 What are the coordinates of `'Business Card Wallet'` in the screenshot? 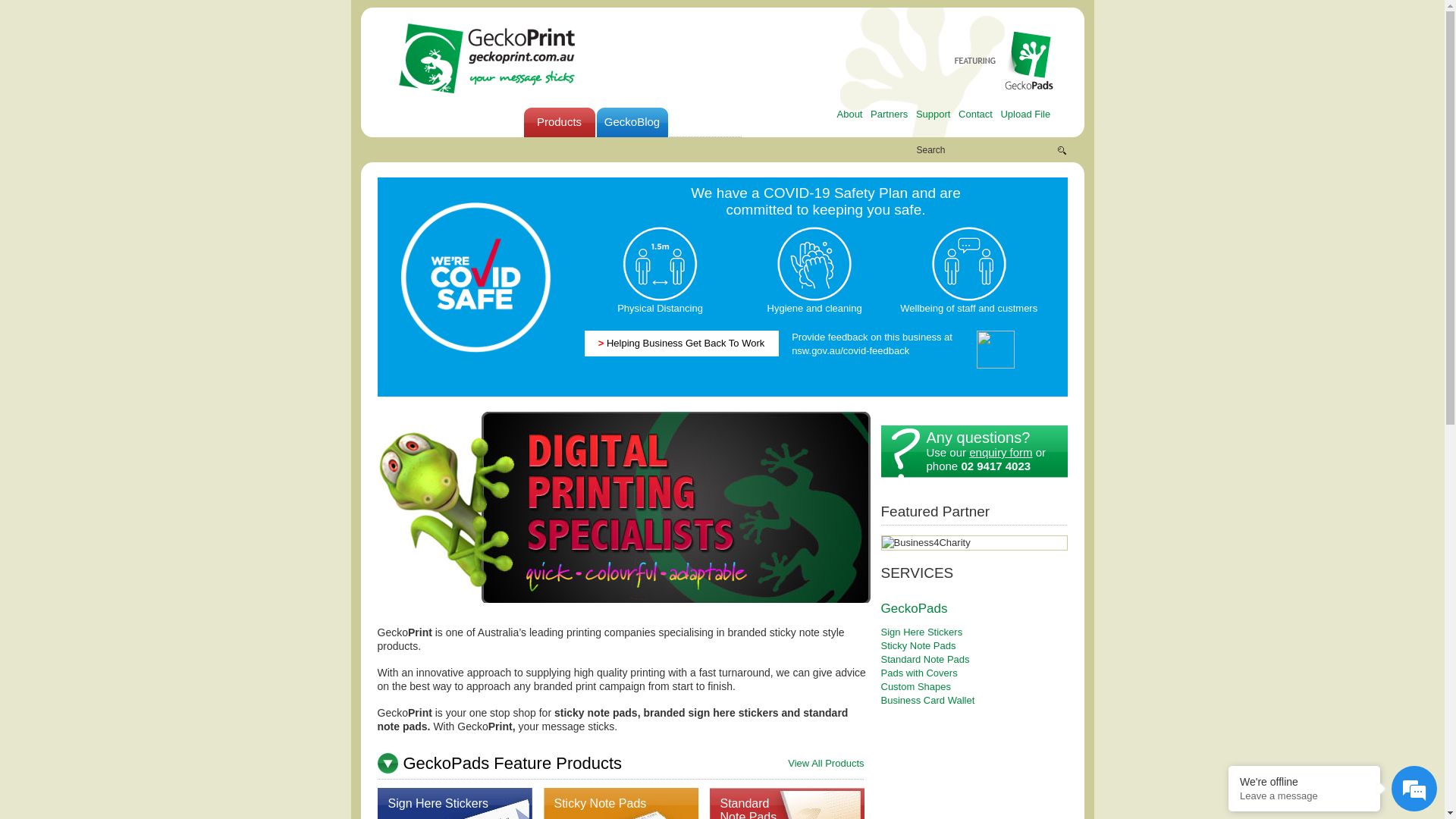 It's located at (880, 700).